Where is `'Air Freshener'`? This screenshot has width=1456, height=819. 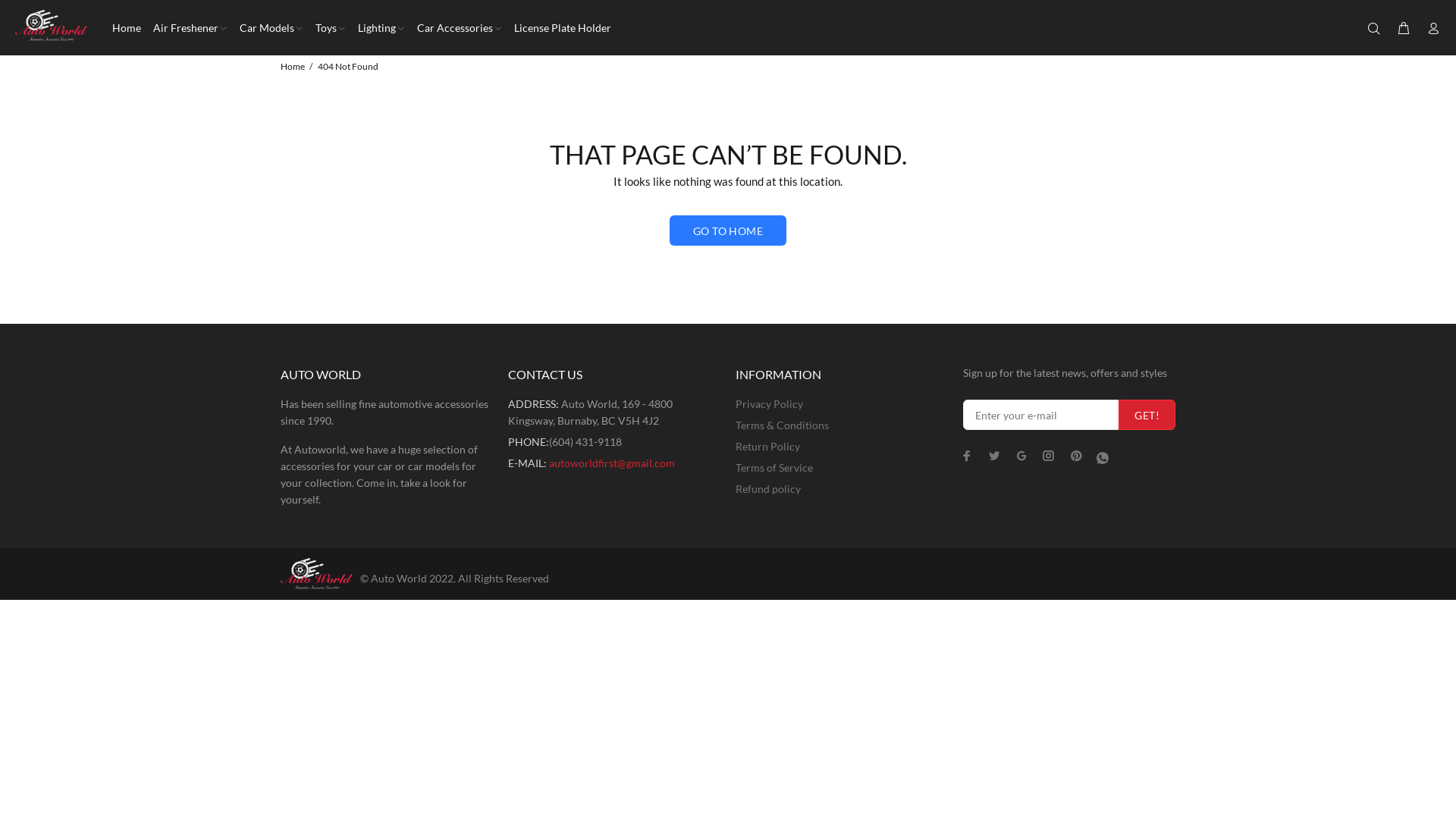
'Air Freshener' is located at coordinates (146, 27).